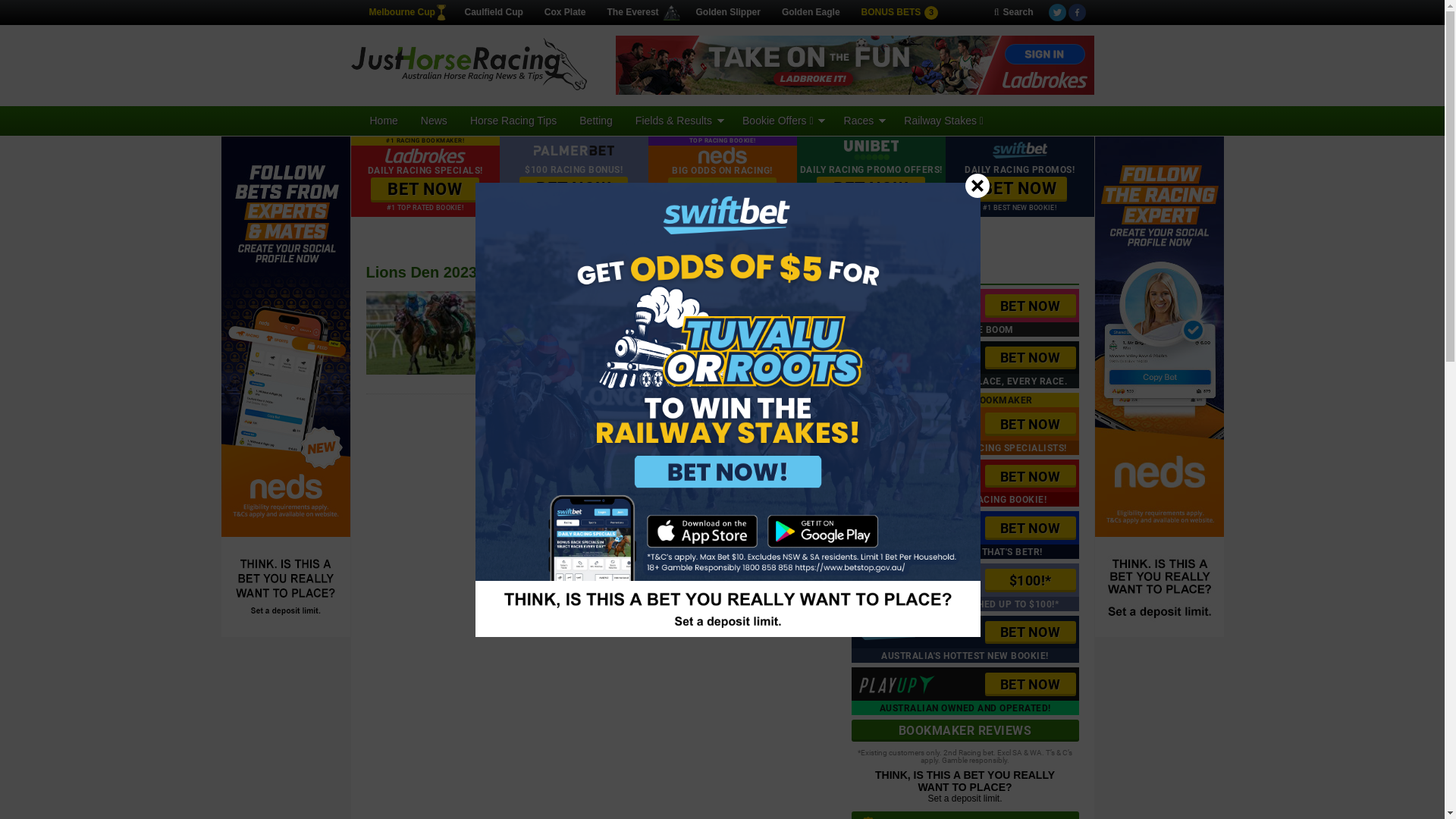 This screenshot has width=1456, height=819. I want to click on 'BET NOW, so click(964, 691).